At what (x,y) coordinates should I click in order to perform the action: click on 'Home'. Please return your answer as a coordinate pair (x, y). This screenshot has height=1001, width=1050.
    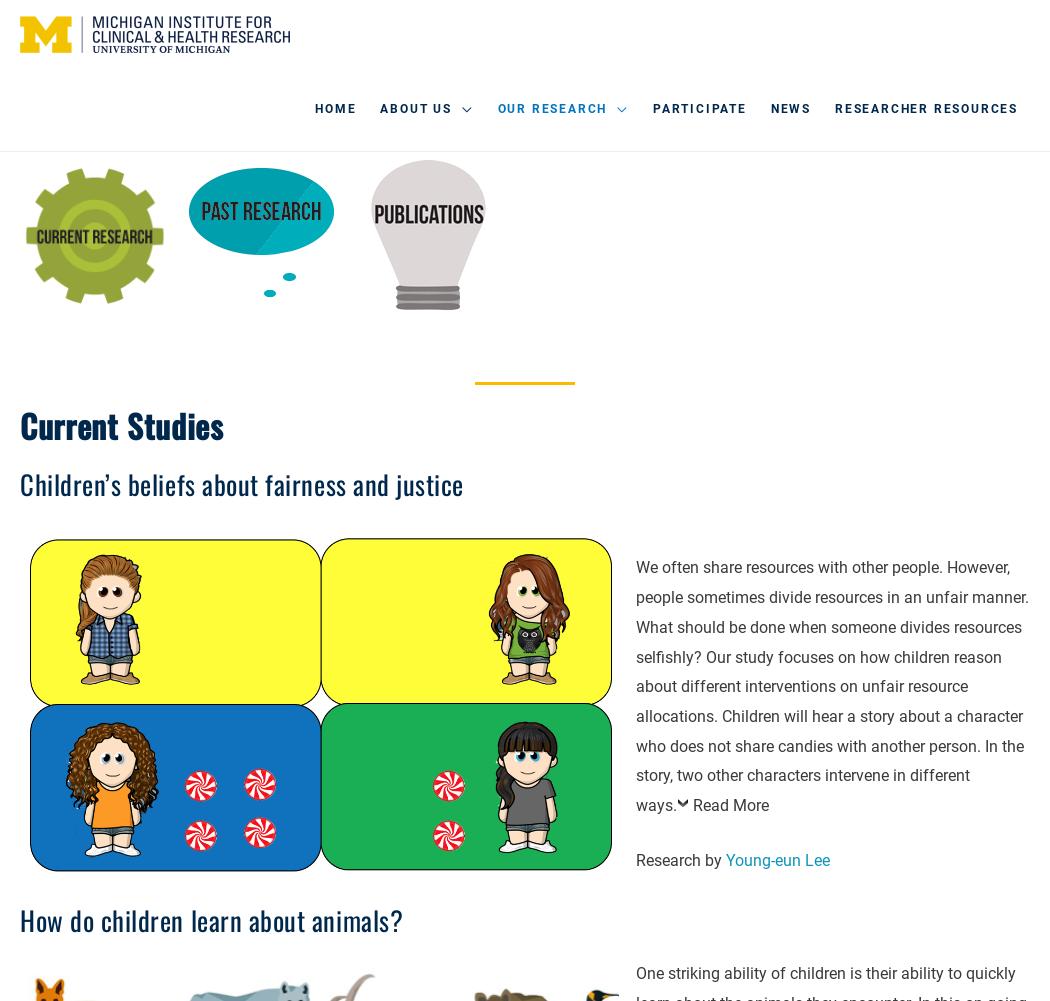
    Looking at the image, I should click on (335, 108).